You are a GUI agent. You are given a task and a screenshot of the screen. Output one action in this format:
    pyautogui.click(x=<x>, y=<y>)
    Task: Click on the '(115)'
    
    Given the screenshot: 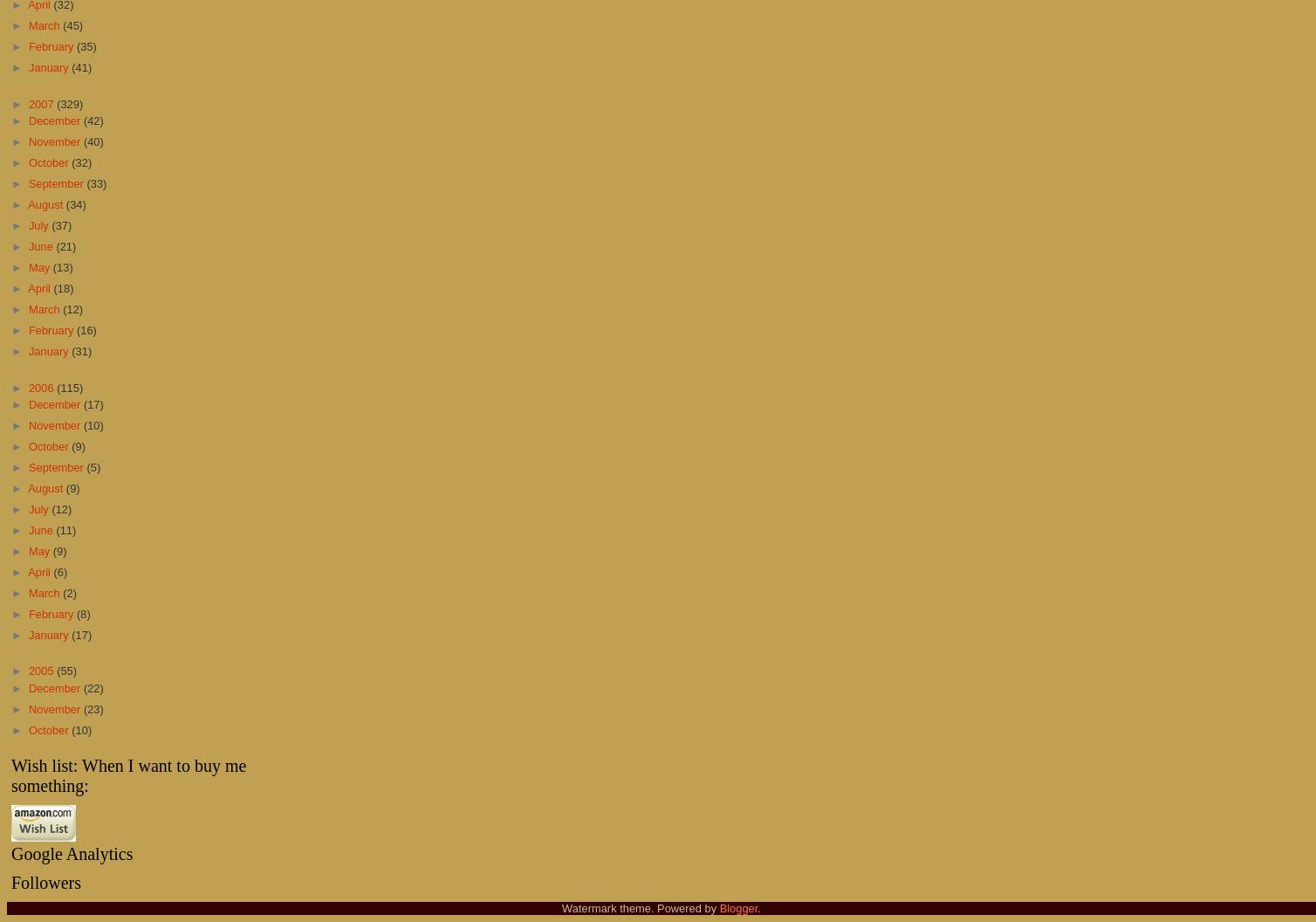 What is the action you would take?
    pyautogui.click(x=70, y=387)
    